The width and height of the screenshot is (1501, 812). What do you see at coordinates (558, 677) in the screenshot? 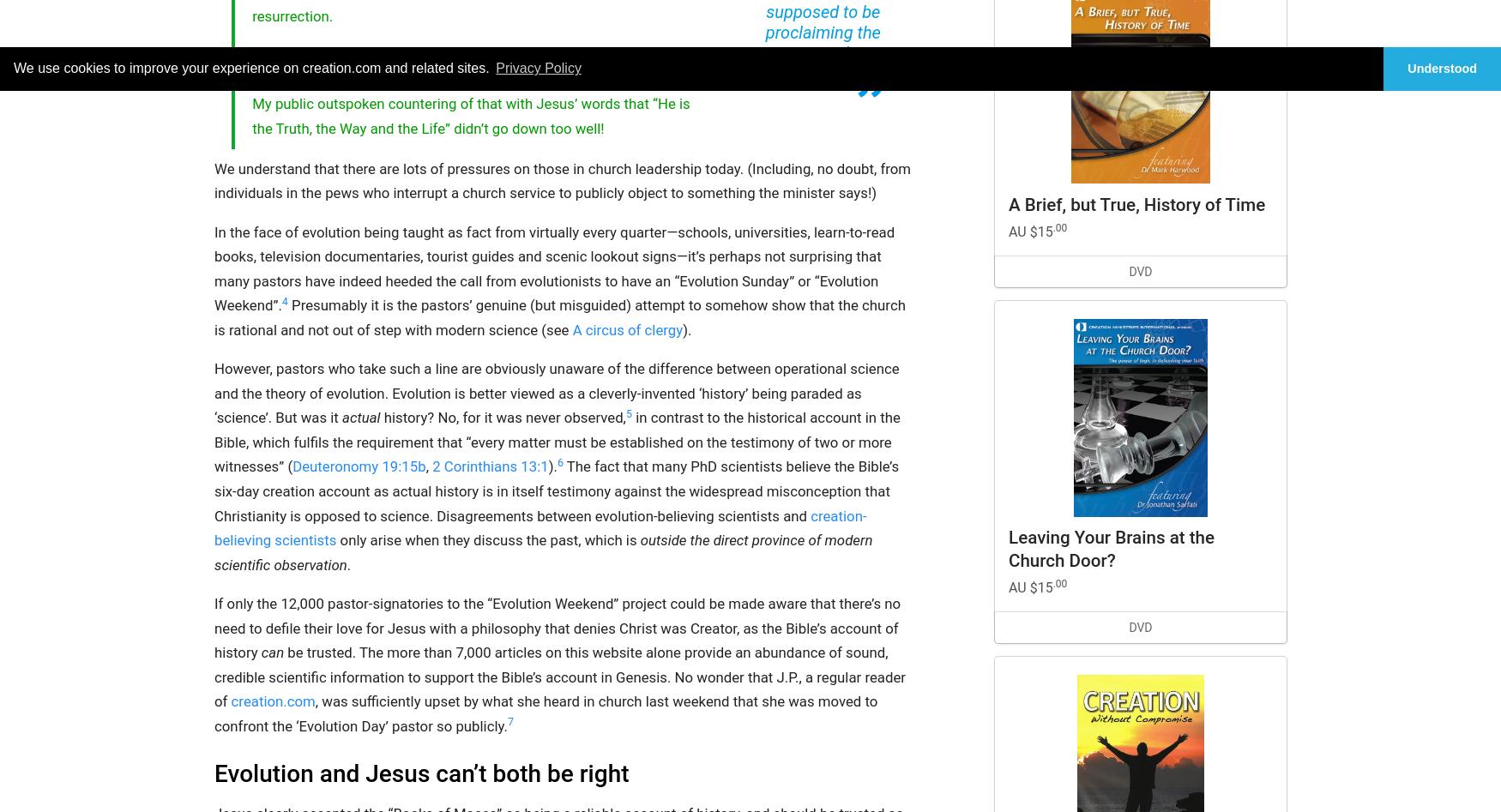
I see `'be trusted. The more than 7,000 articles on this website alone provide
an abundance of sound, credible scientific information to support the Bible’s
account in Genesis. No wonder that J.P., a regular reader of'` at bounding box center [558, 677].